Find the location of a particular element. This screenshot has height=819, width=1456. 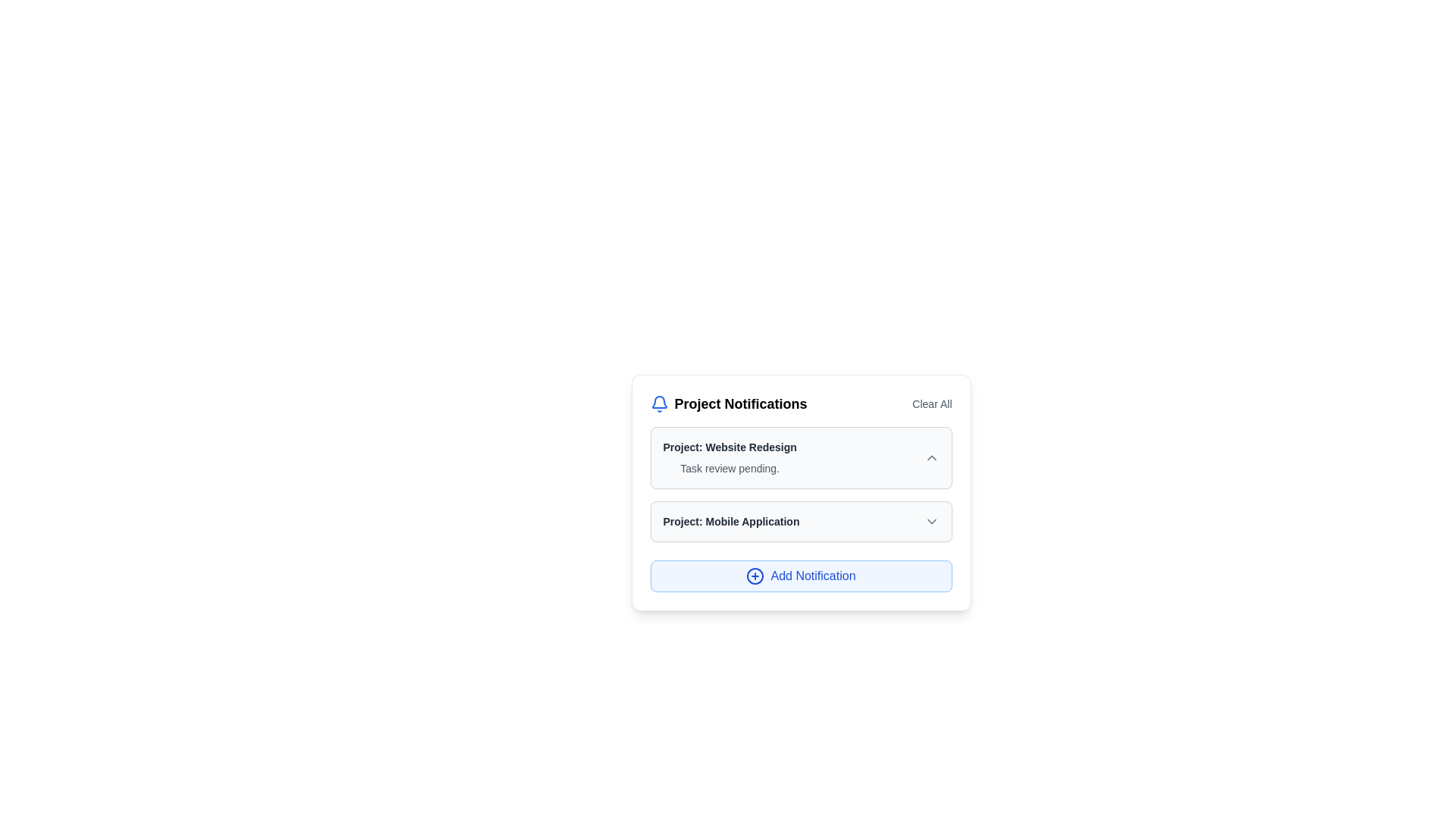

the downward-pointing chevron icon of the Dropdown toggle button associated with 'Project: Mobile Application' to change its color is located at coordinates (930, 520).